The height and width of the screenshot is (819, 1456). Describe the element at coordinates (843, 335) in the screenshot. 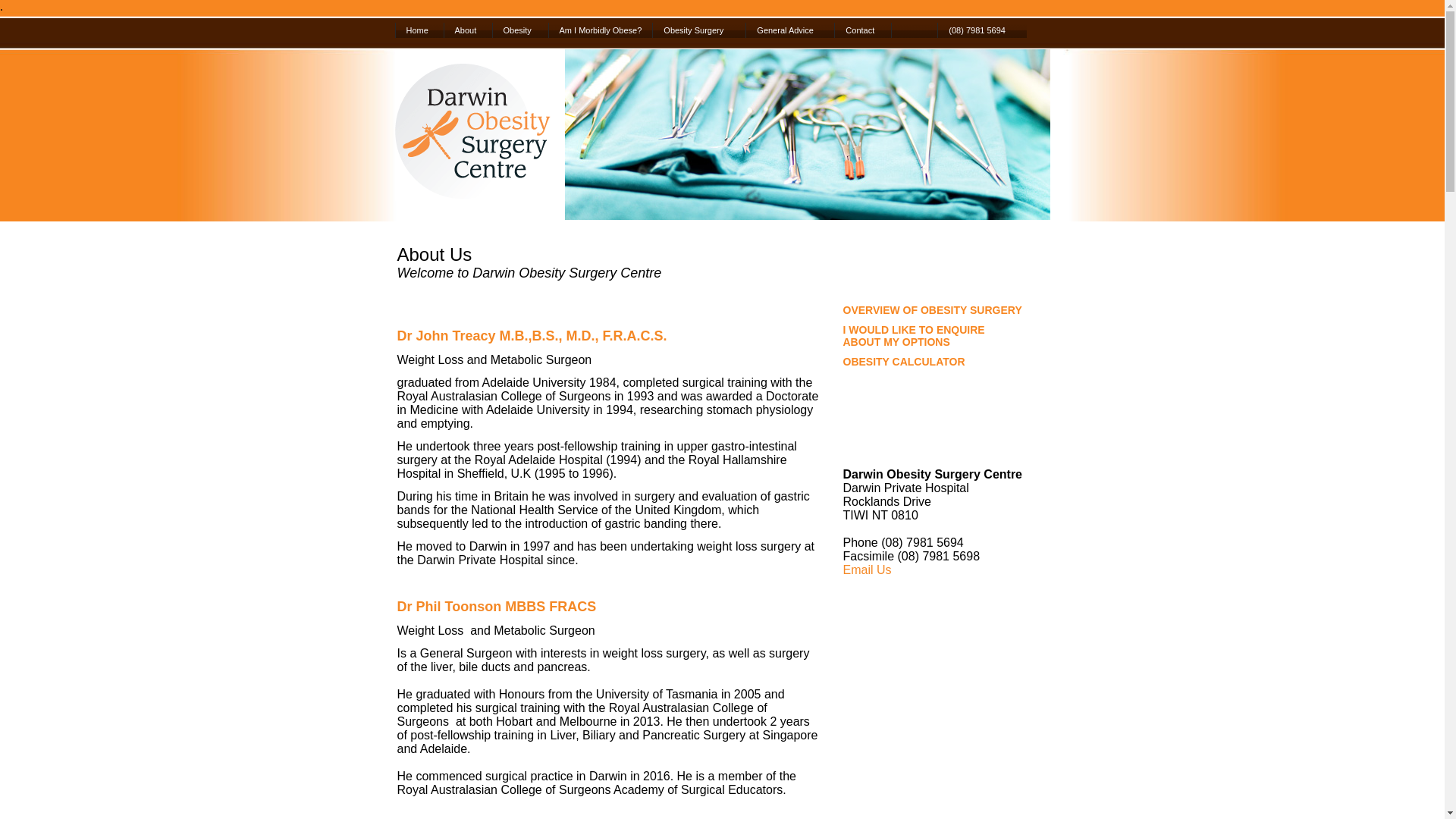

I see `'I WOULD LIKE TO ENQUIRE` at that location.